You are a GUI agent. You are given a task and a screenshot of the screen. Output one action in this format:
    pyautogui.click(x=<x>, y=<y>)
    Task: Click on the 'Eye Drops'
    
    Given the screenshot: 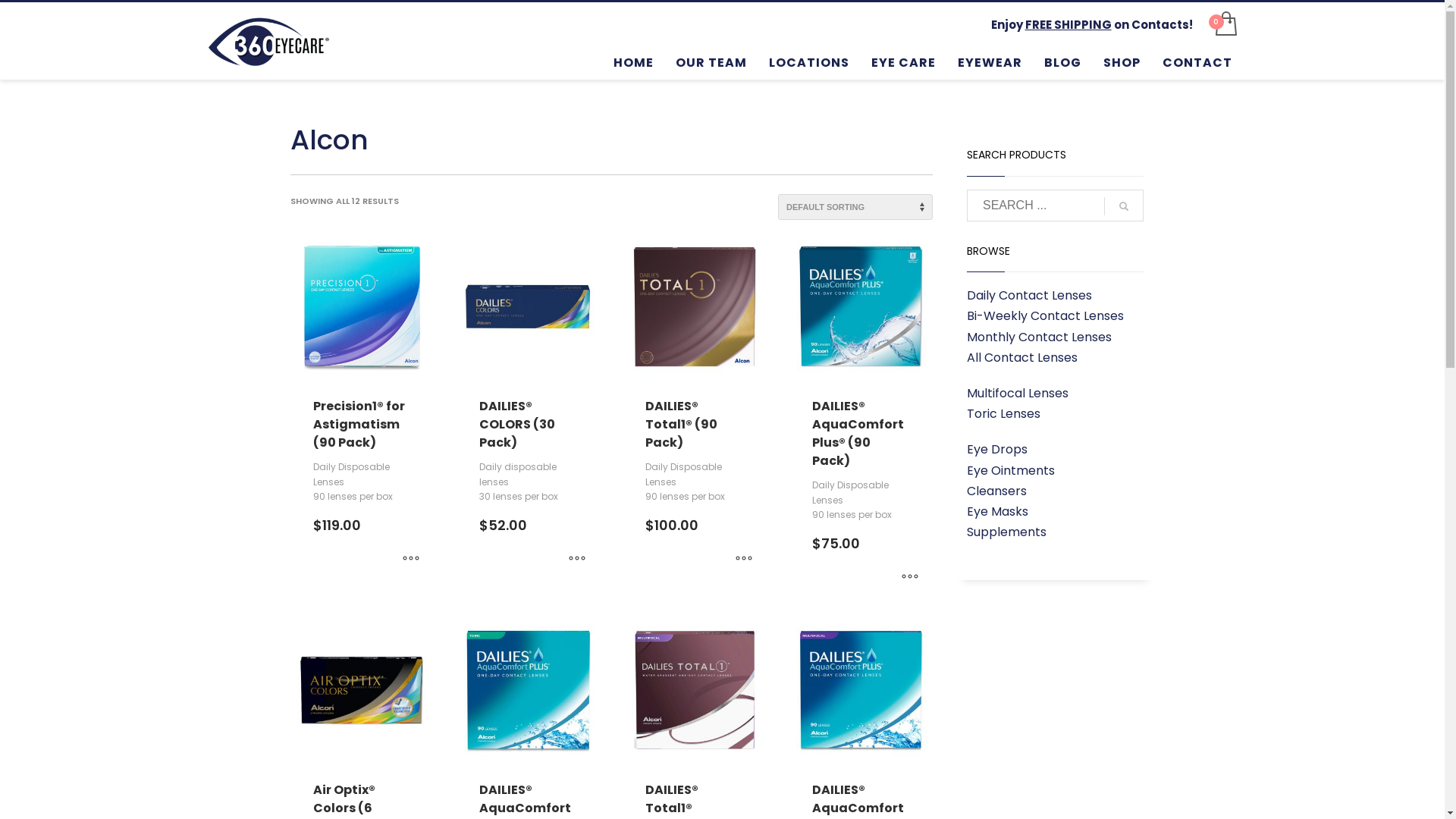 What is the action you would take?
    pyautogui.click(x=997, y=448)
    